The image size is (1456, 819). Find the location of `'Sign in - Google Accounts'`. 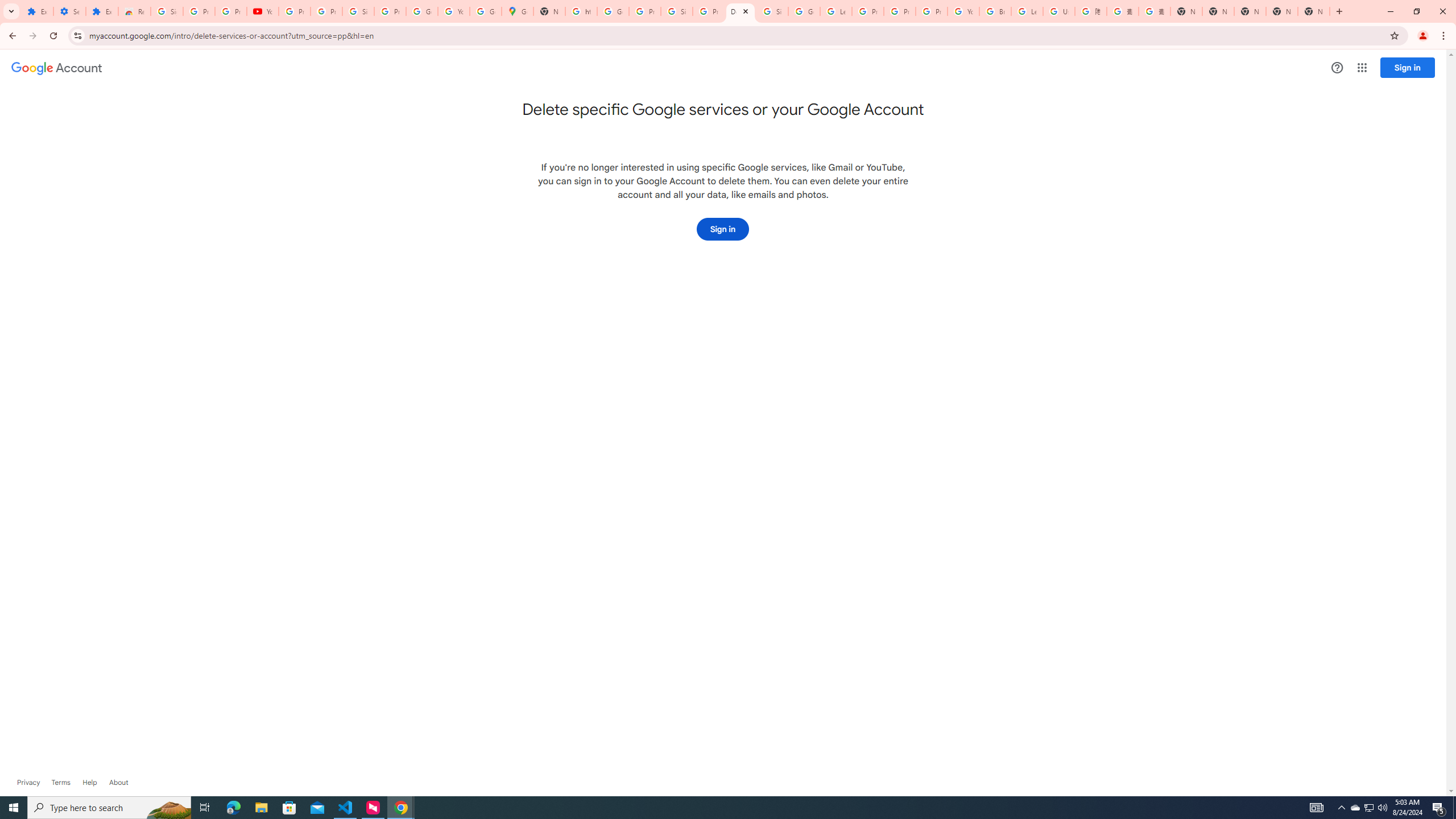

'Sign in - Google Accounts' is located at coordinates (676, 11).